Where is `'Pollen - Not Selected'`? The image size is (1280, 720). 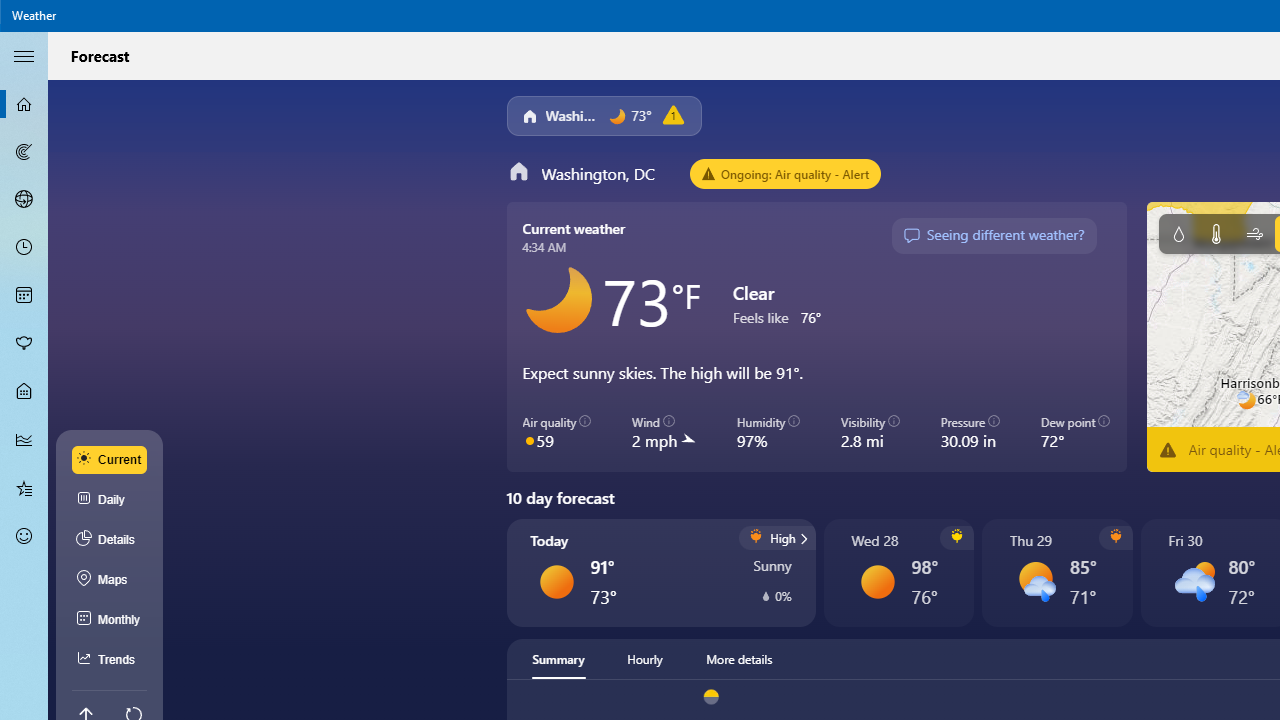 'Pollen - Not Selected' is located at coordinates (24, 342).